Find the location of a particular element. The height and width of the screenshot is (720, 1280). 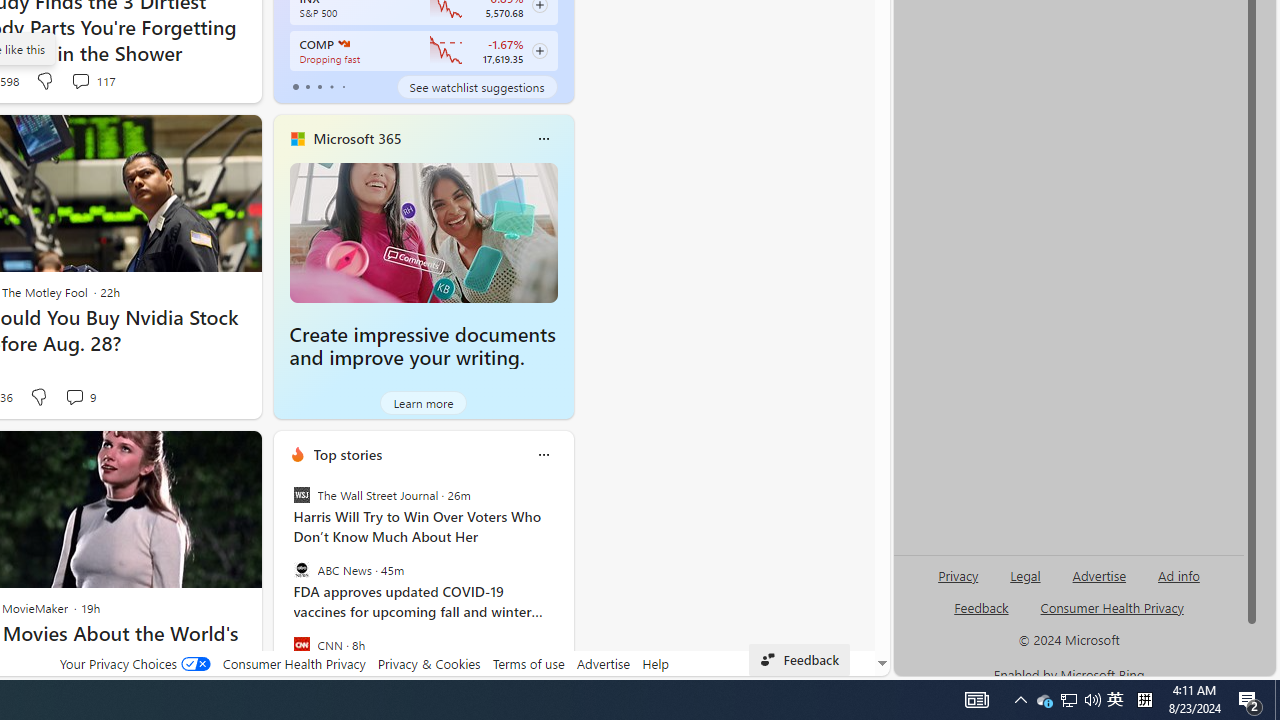

'View comments 117 Comment' is located at coordinates (91, 80).